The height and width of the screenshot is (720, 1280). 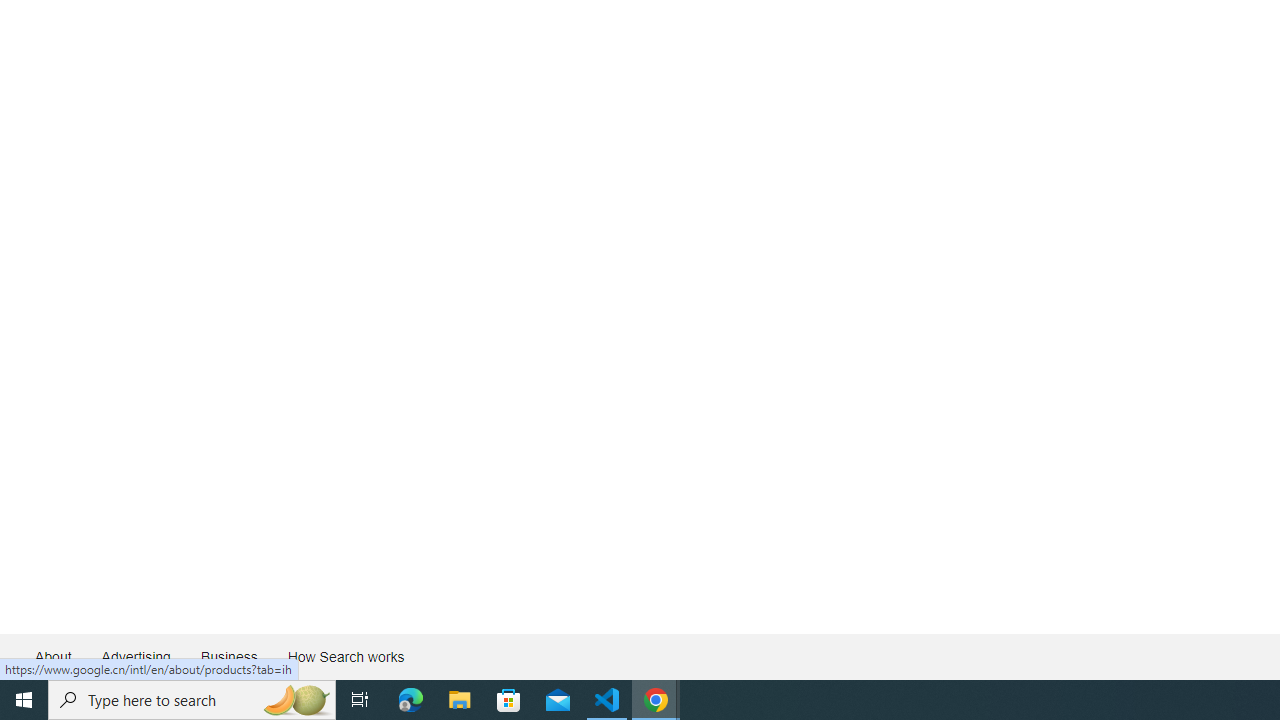 What do you see at coordinates (53, 657) in the screenshot?
I see `'About'` at bounding box center [53, 657].